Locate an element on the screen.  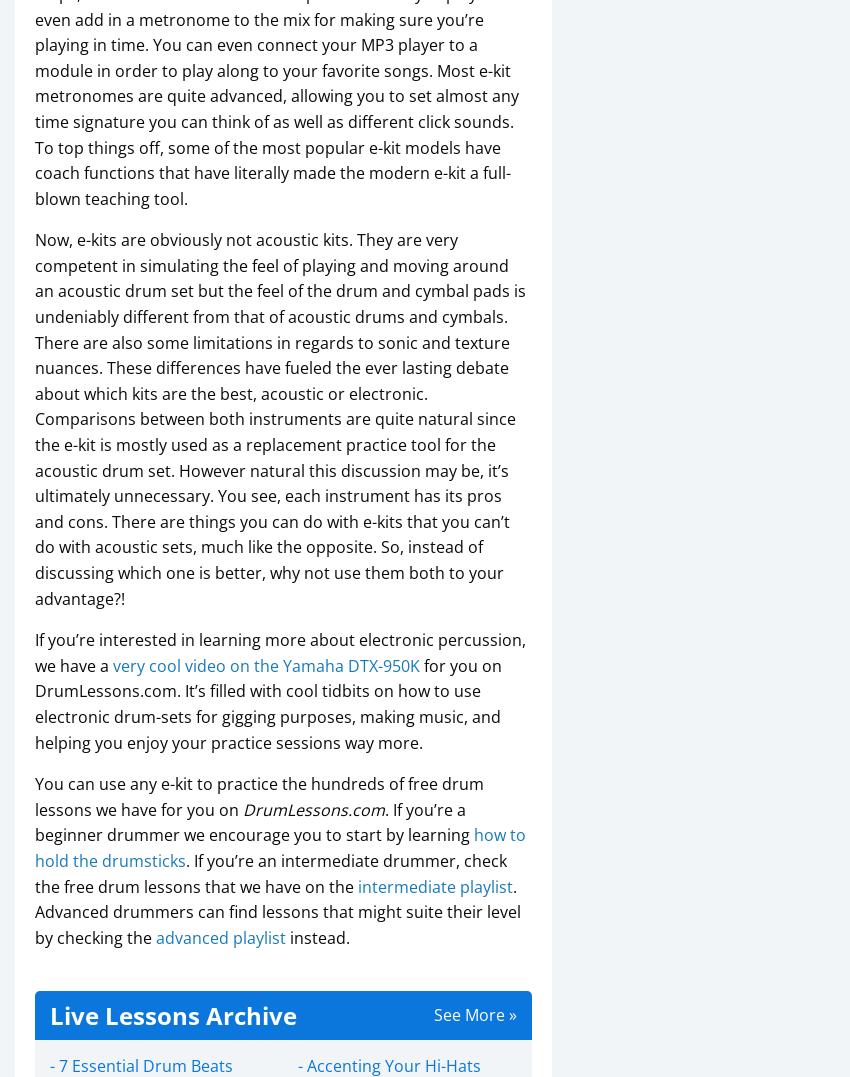
'See More »' is located at coordinates (474, 1013).